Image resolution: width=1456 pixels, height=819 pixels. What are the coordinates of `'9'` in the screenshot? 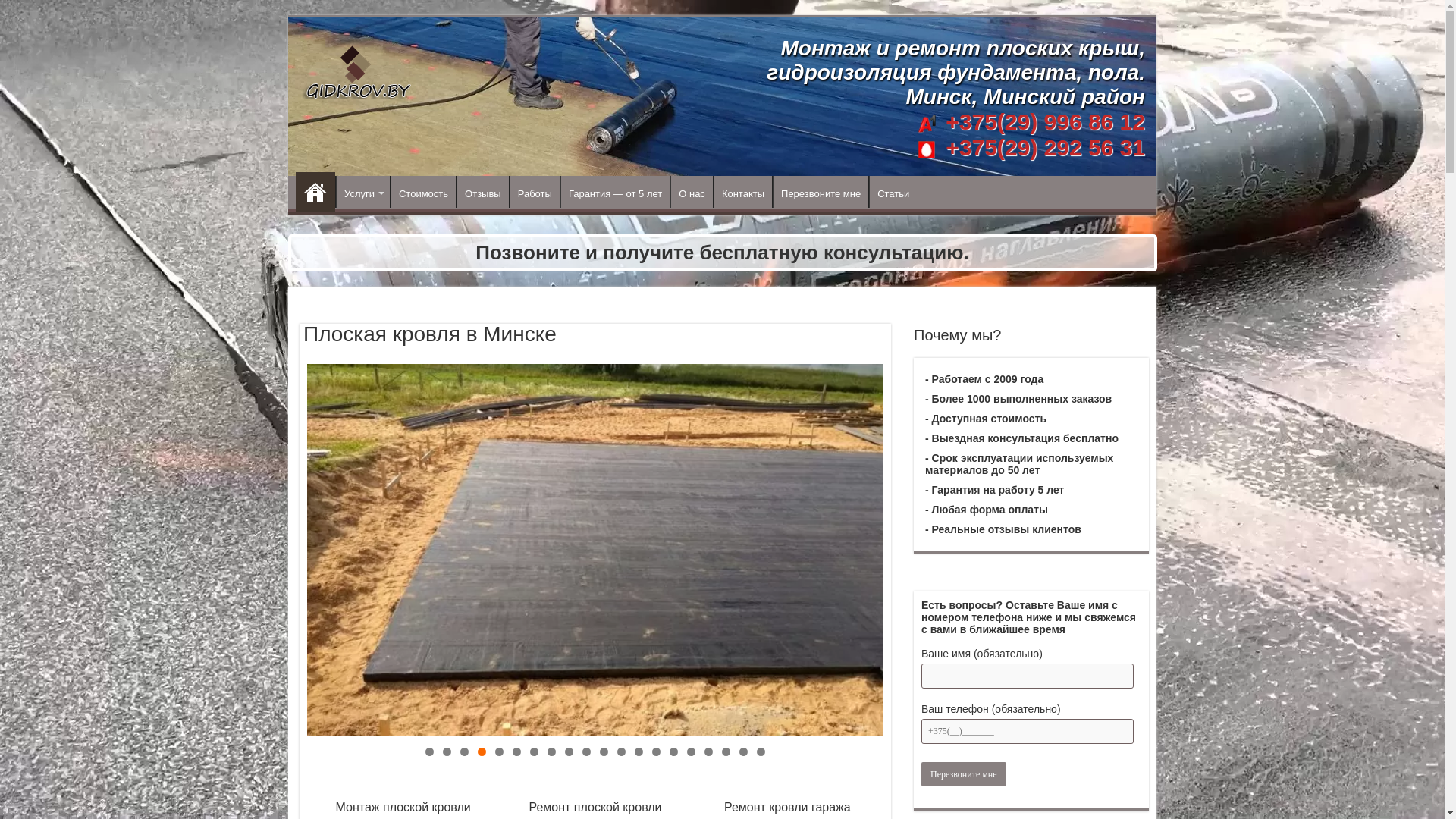 It's located at (568, 752).